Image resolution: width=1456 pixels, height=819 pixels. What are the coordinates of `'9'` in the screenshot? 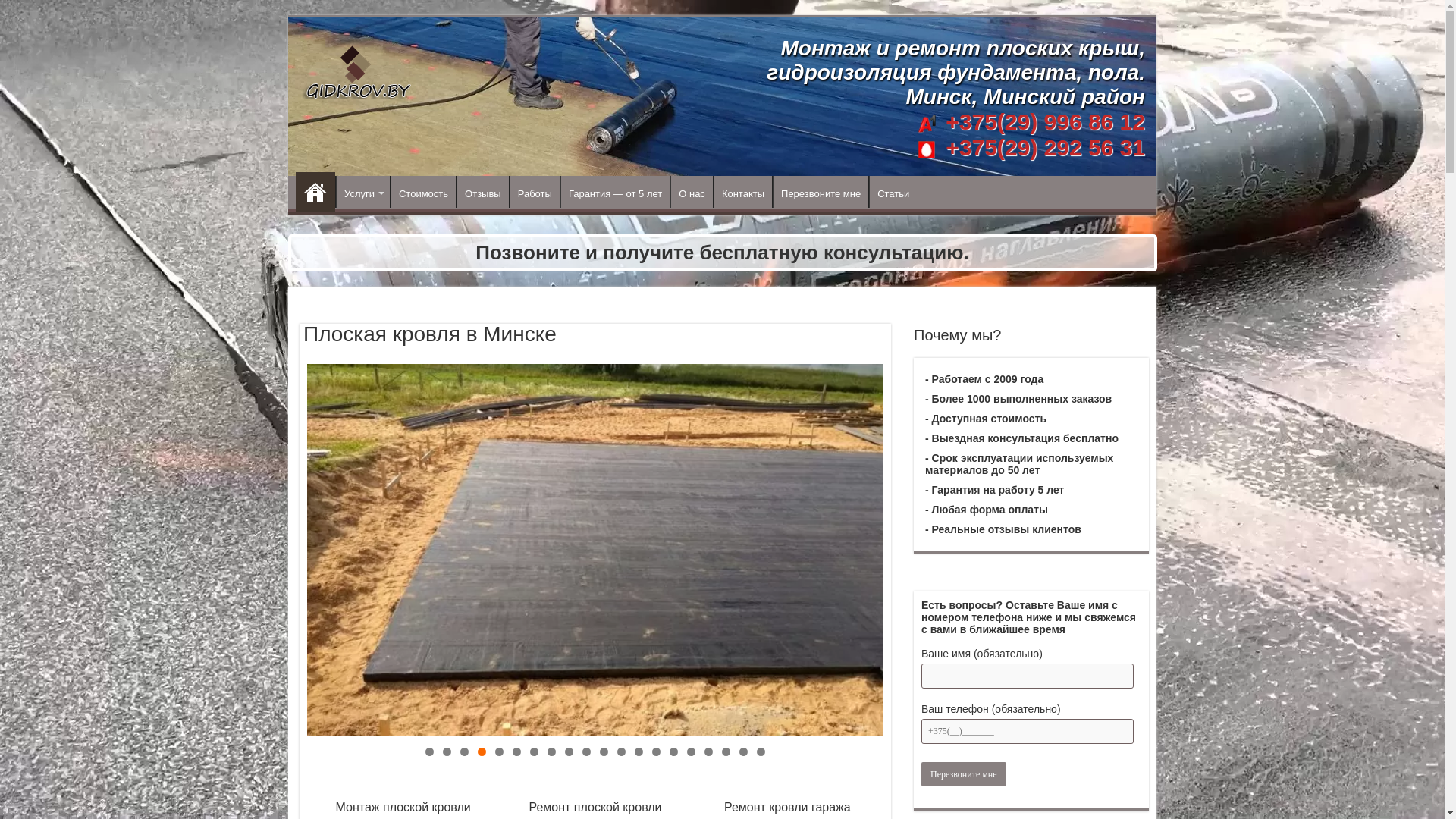 It's located at (568, 752).